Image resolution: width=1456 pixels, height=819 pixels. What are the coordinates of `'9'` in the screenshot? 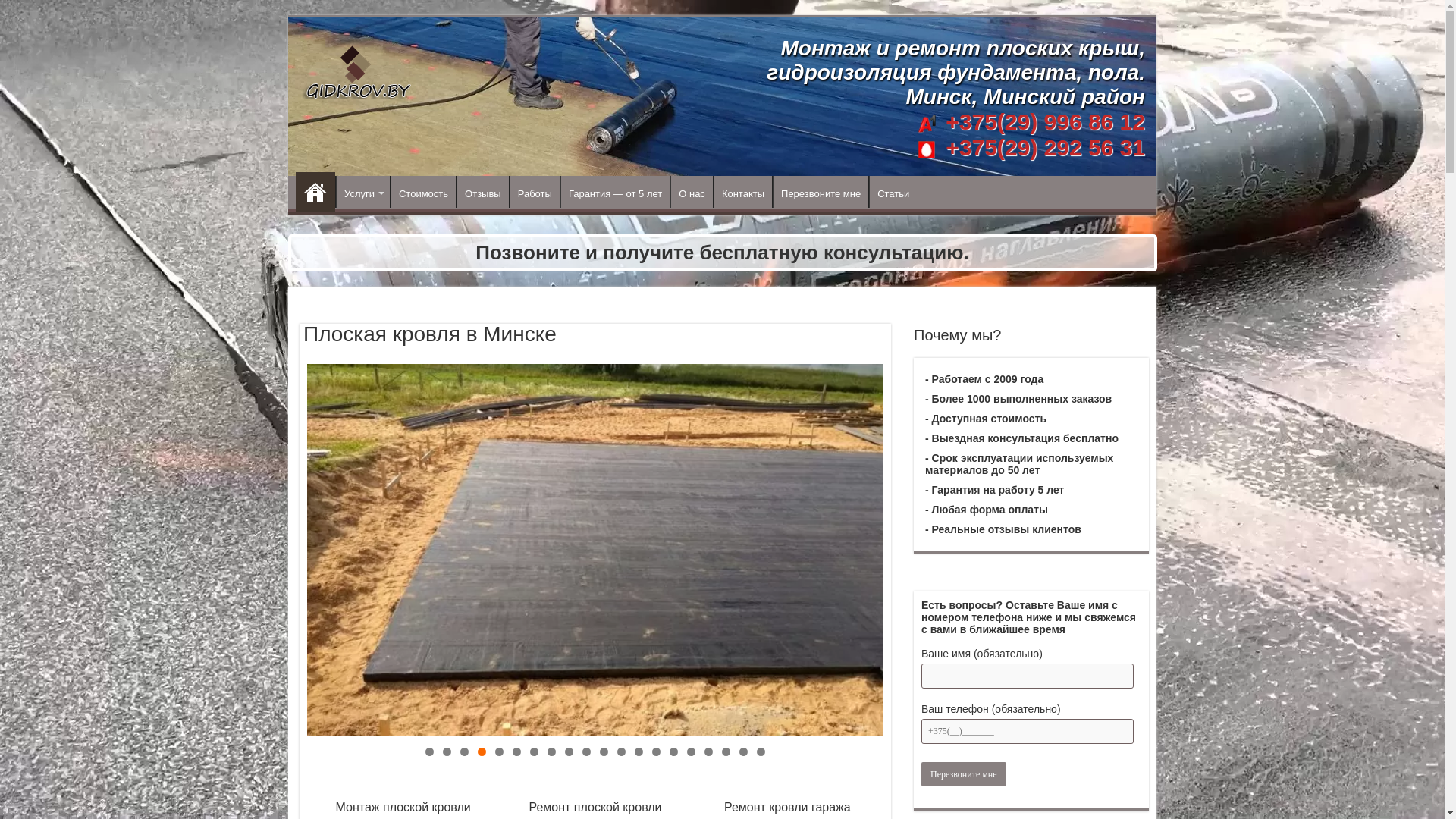 It's located at (568, 752).